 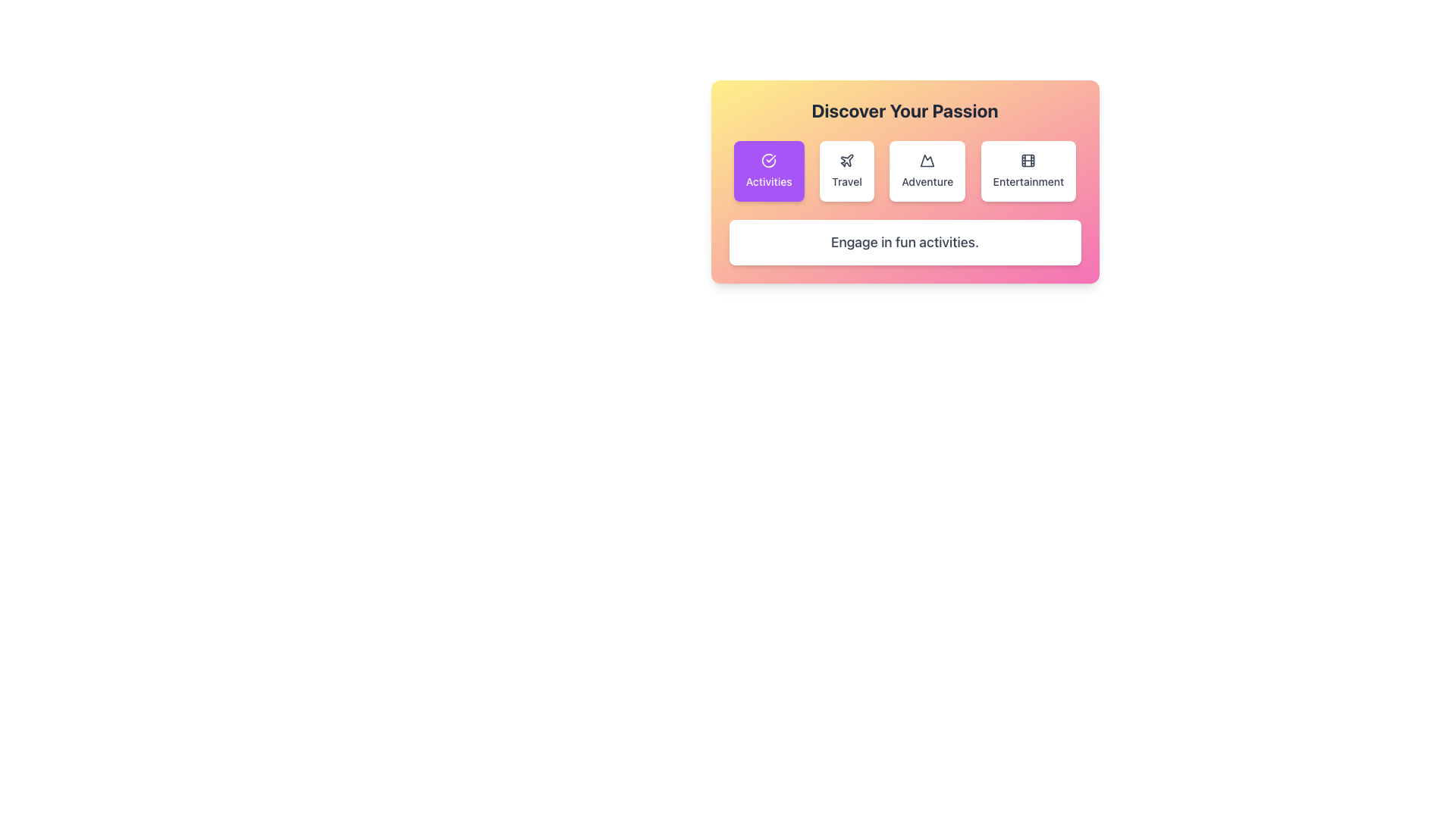 What do you see at coordinates (769, 161) in the screenshot?
I see `the 'Activities' card by clicking on the icon that visually represents 'Activities', which is centered above the text label within the card` at bounding box center [769, 161].